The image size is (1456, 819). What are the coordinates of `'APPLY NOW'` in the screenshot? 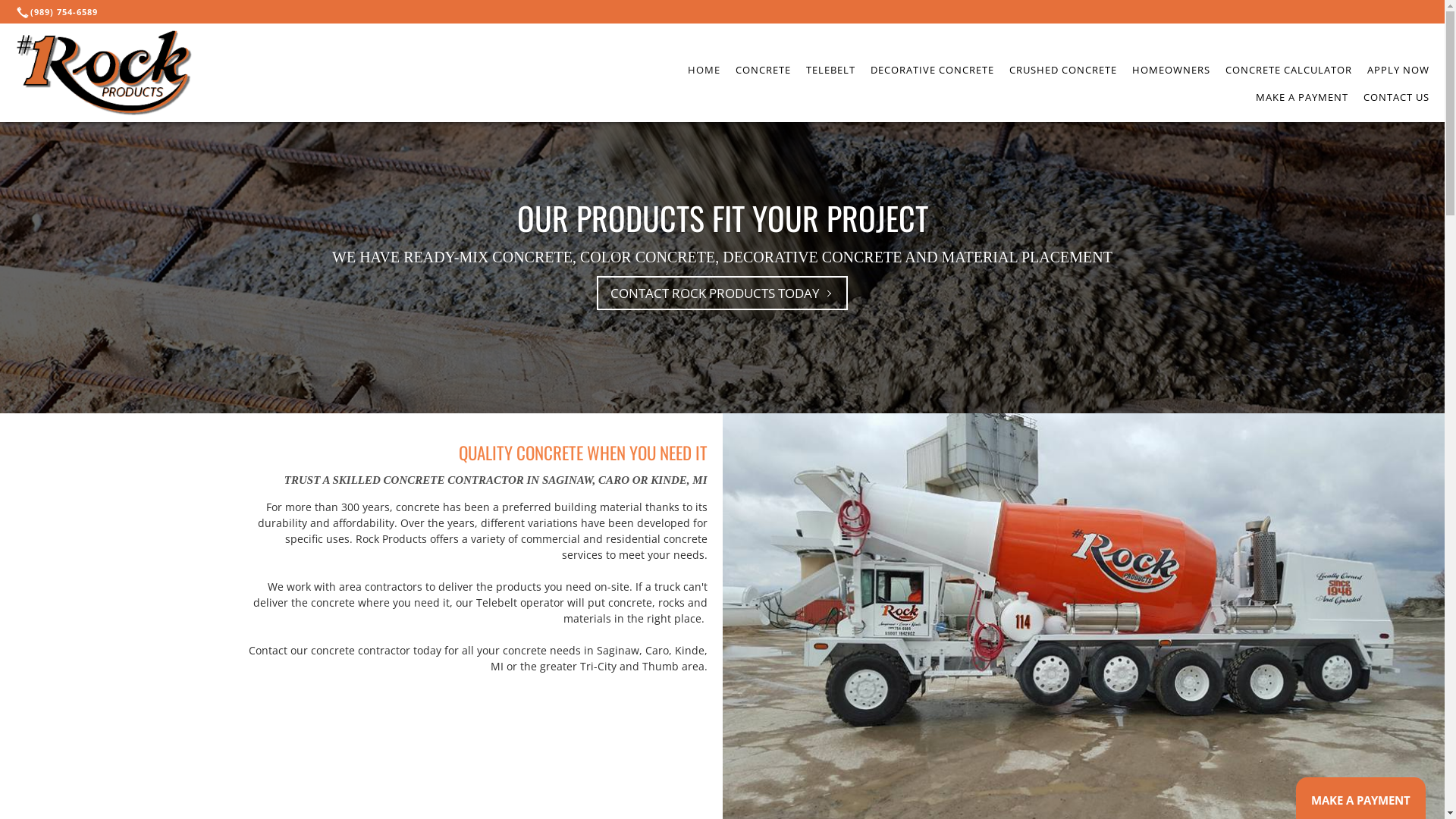 It's located at (1397, 70).